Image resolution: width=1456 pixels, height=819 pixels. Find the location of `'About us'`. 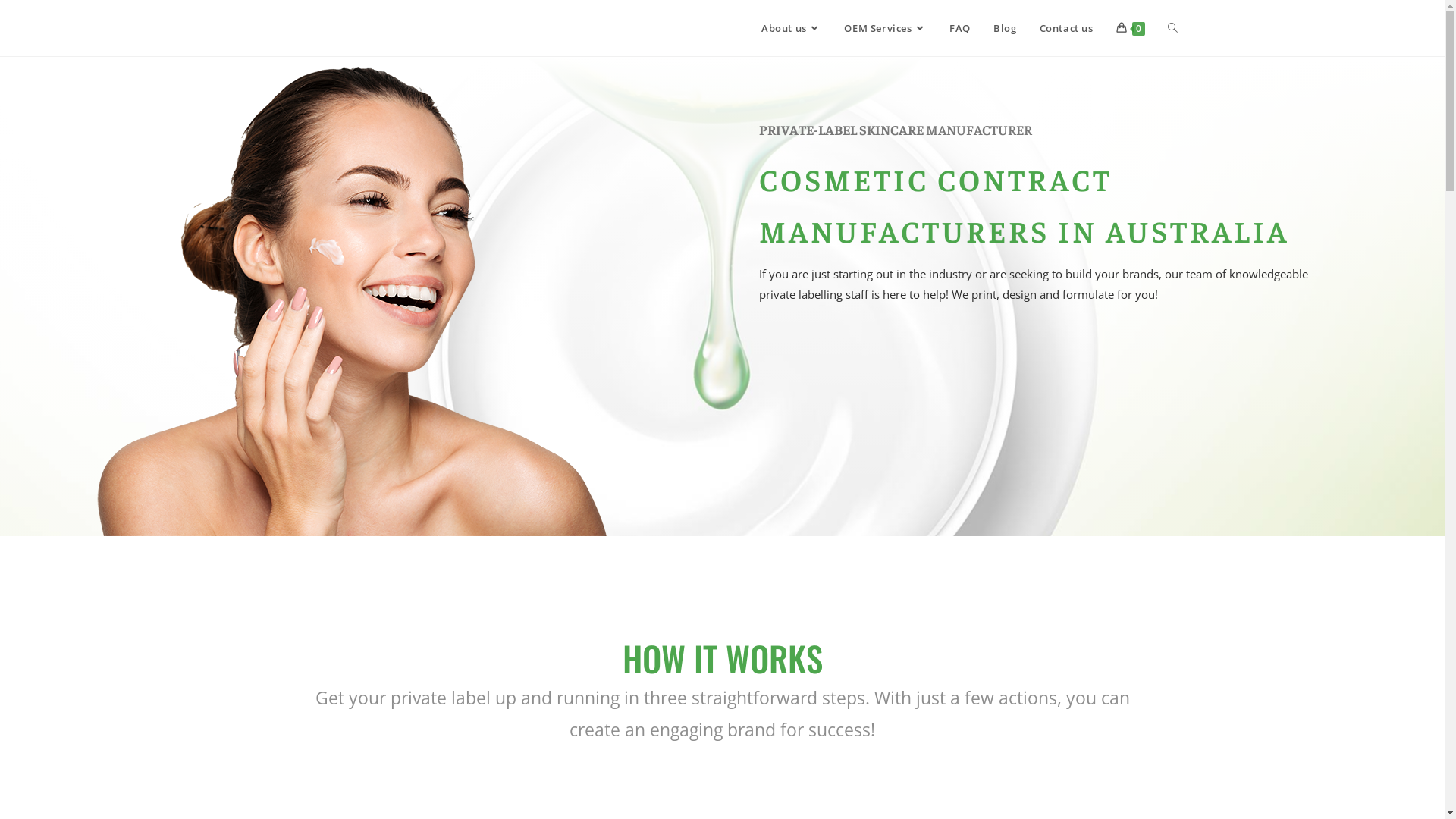

'About us' is located at coordinates (790, 28).